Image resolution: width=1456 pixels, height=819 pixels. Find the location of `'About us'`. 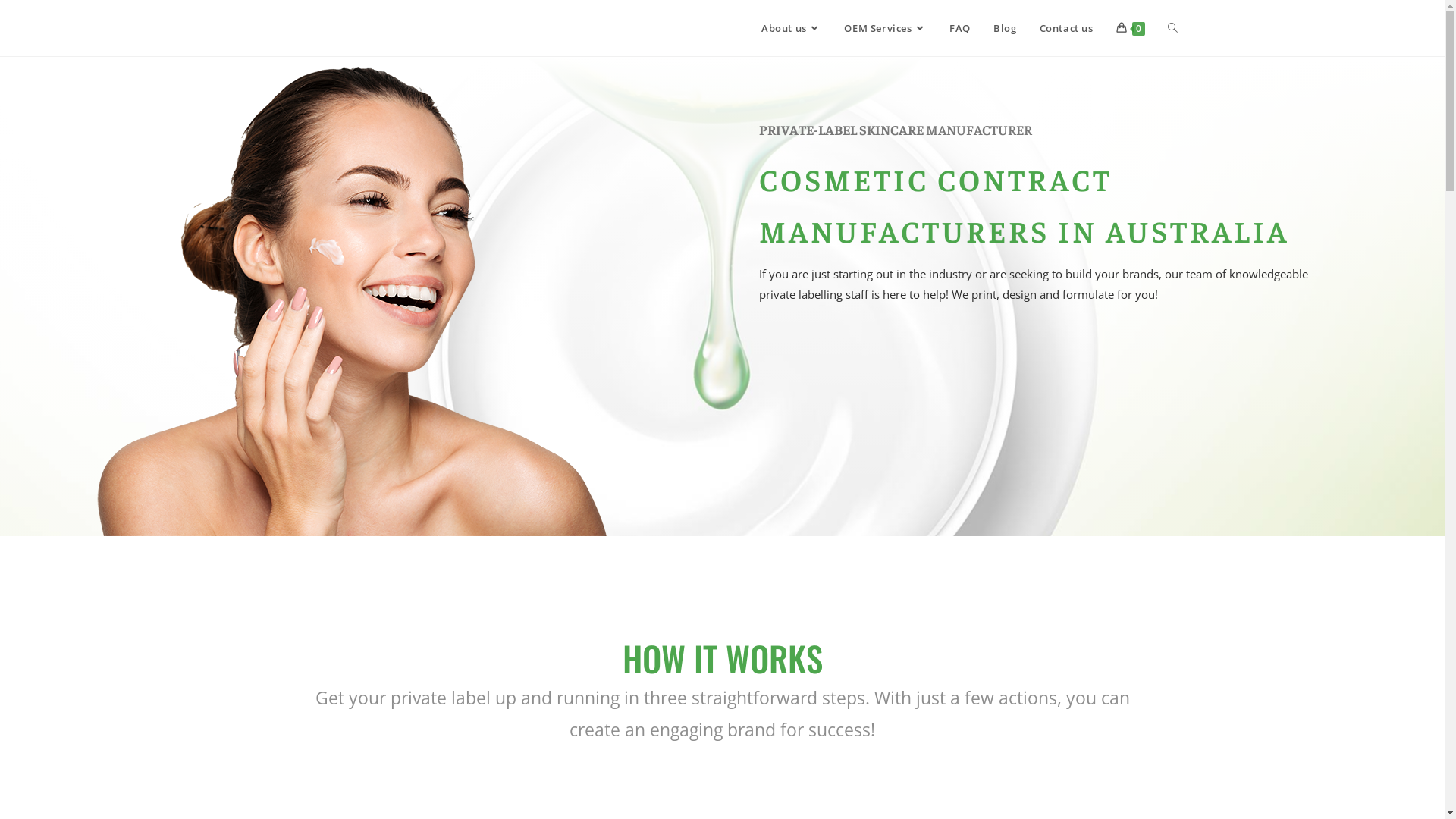

'About us' is located at coordinates (790, 28).